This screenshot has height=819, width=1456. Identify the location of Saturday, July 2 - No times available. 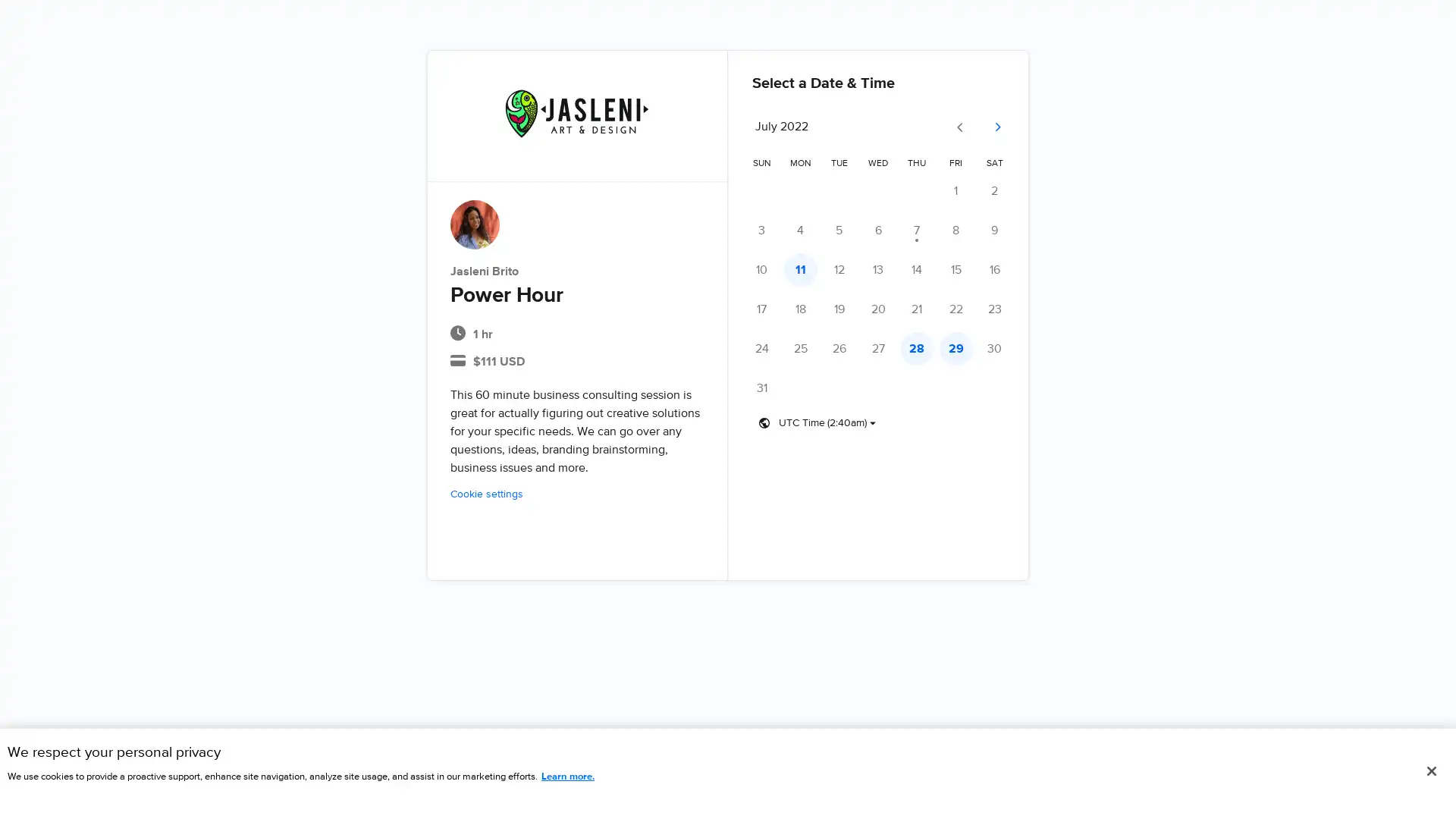
(996, 190).